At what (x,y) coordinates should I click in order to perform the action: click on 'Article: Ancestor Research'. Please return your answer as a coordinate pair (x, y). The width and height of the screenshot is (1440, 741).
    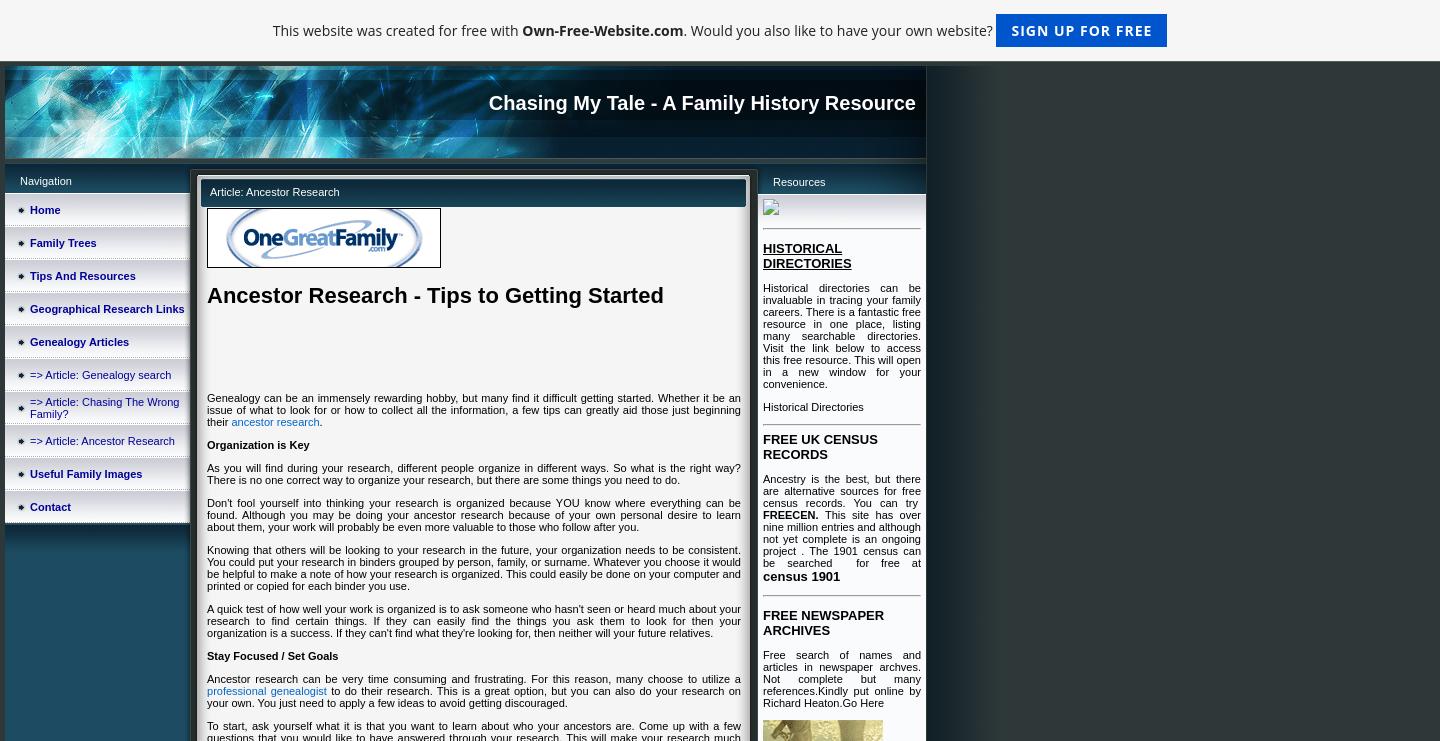
    Looking at the image, I should click on (273, 190).